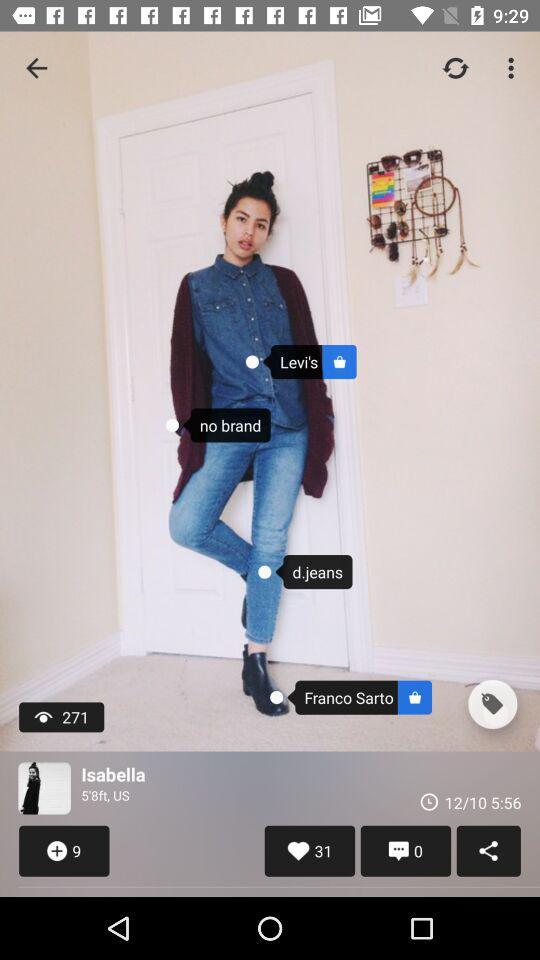  I want to click on isabella, so click(44, 788).